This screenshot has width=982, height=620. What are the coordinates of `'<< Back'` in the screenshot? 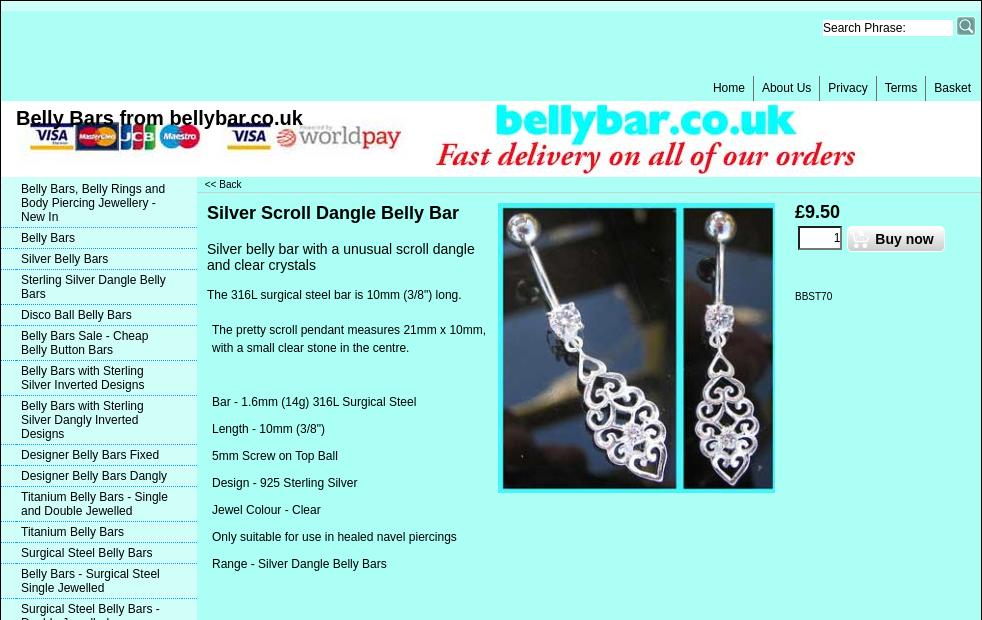 It's located at (223, 183).